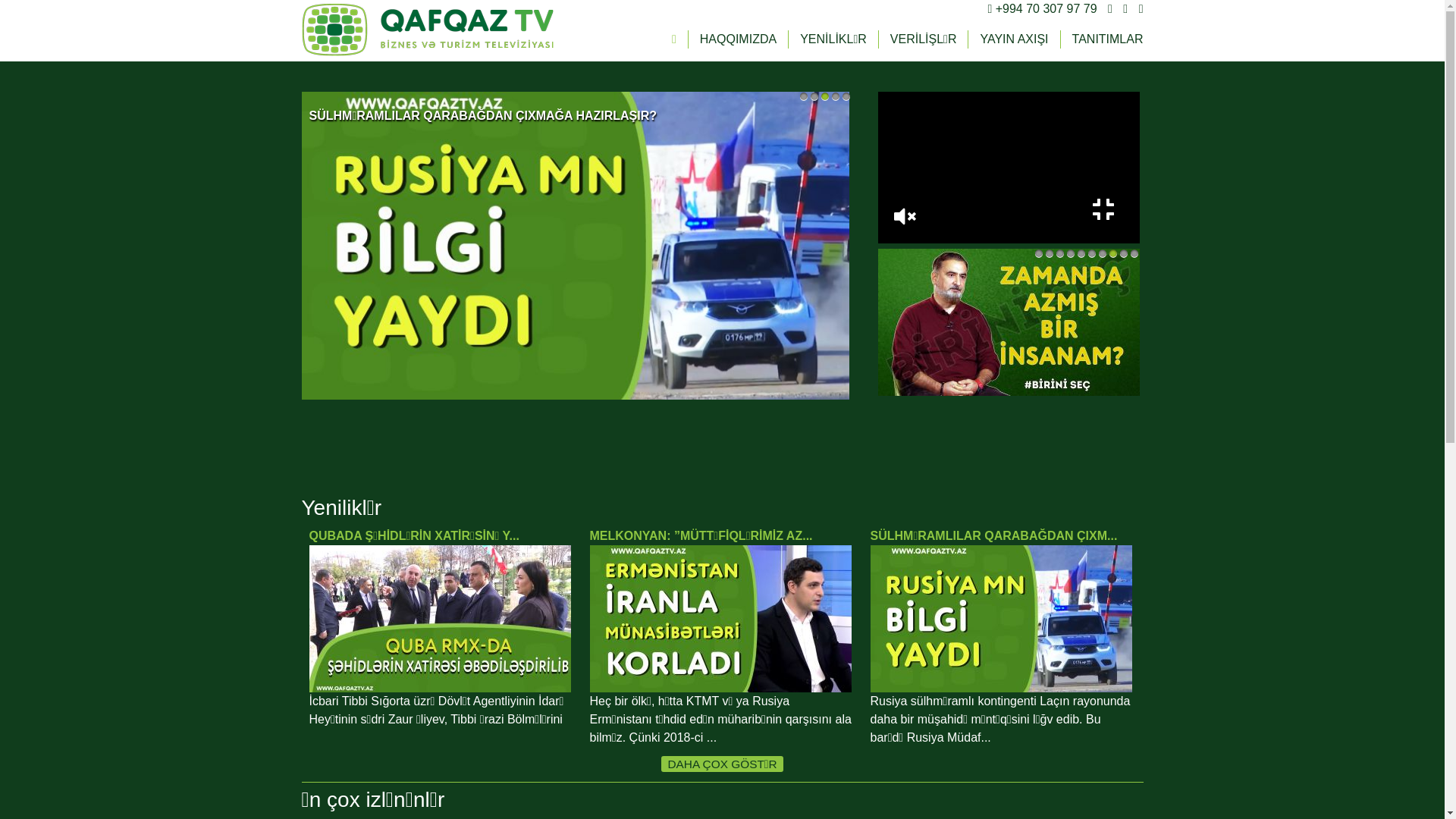 The image size is (1456, 819). I want to click on '9', so click(1124, 253).